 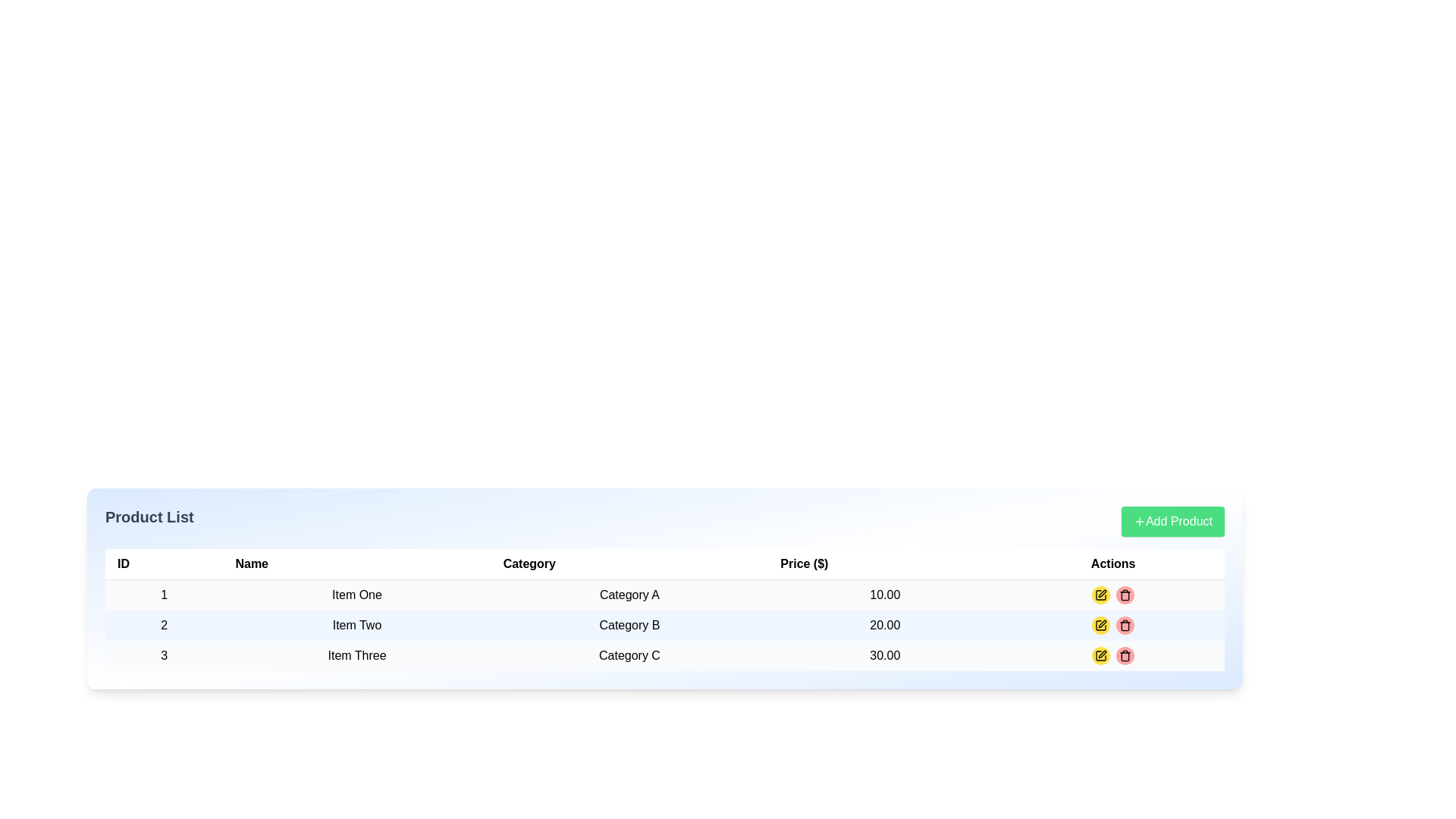 I want to click on the 'Edit' button, so click(x=1101, y=595).